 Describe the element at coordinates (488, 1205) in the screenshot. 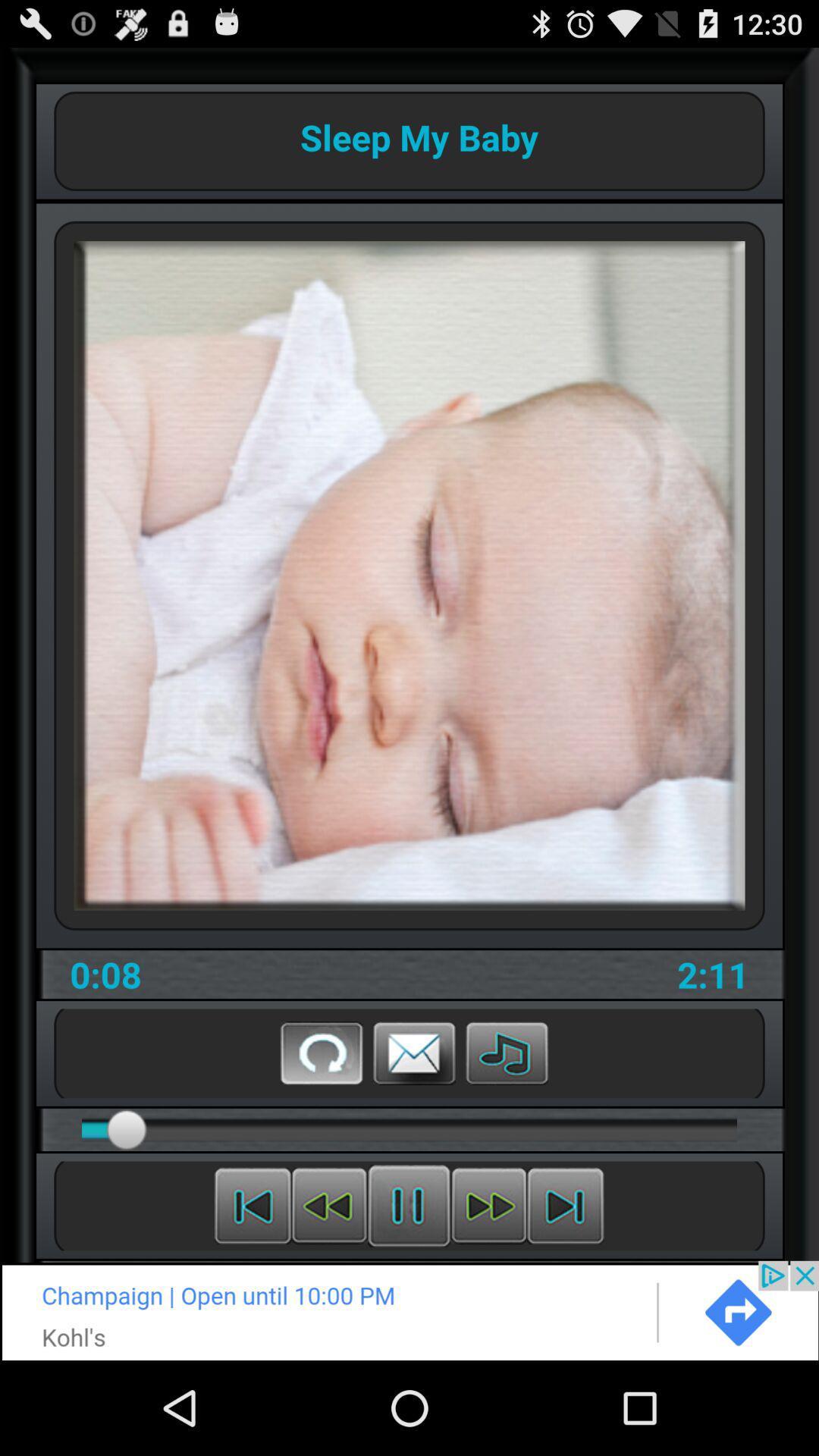

I see `skip` at that location.